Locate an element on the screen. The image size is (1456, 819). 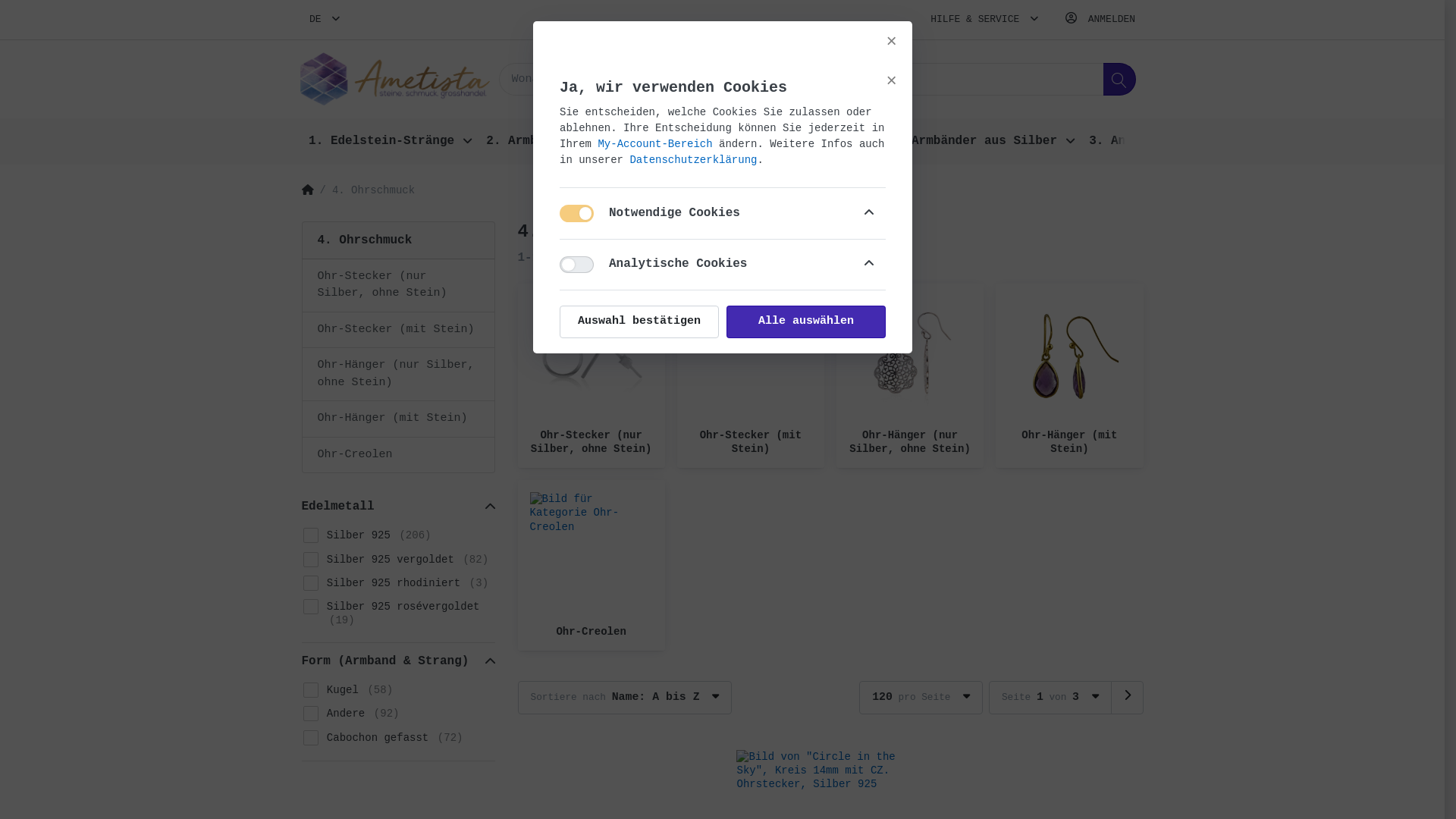
'DE' is located at coordinates (324, 20).